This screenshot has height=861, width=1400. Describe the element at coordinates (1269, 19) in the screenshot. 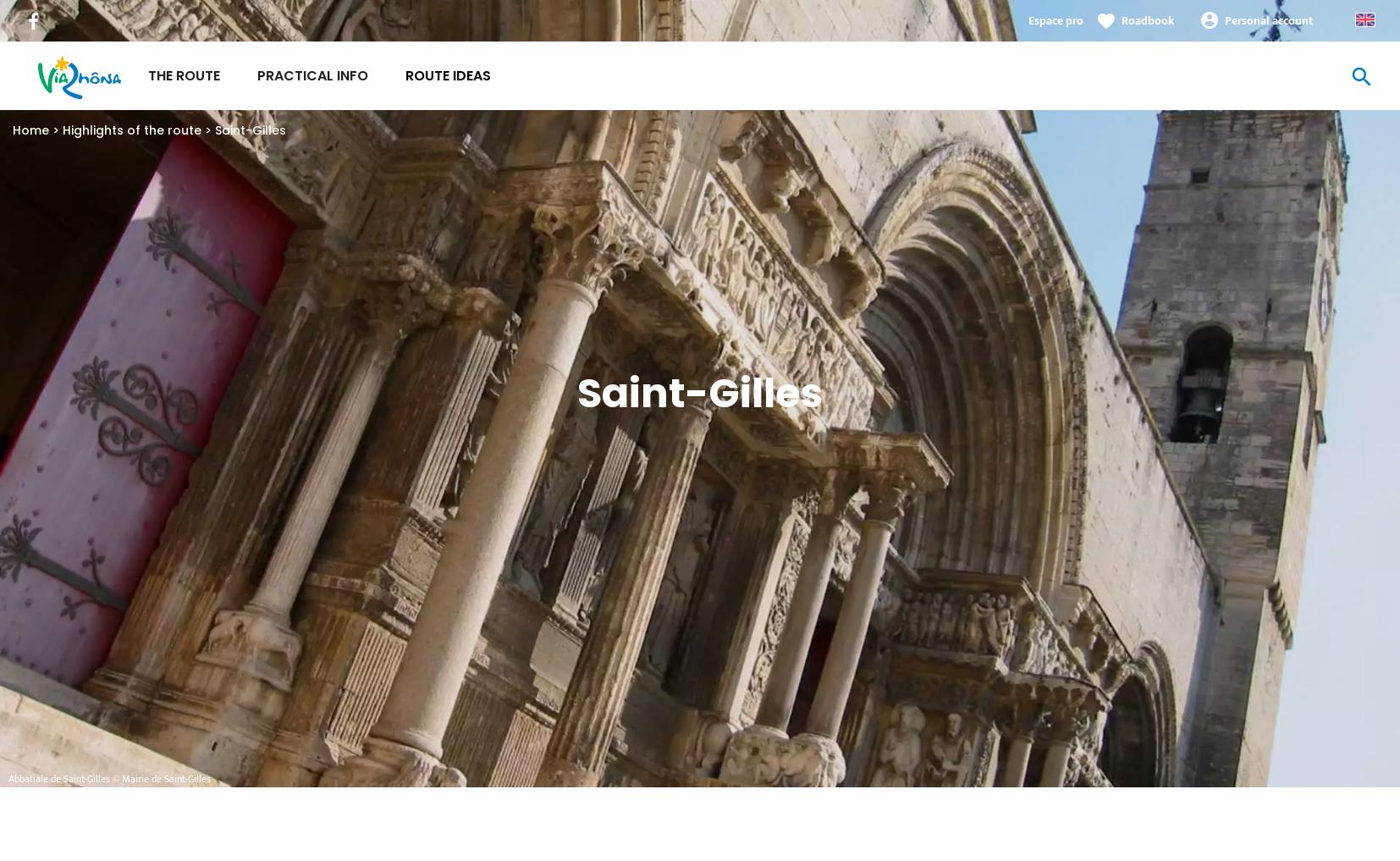

I see `'Personal account'` at that location.